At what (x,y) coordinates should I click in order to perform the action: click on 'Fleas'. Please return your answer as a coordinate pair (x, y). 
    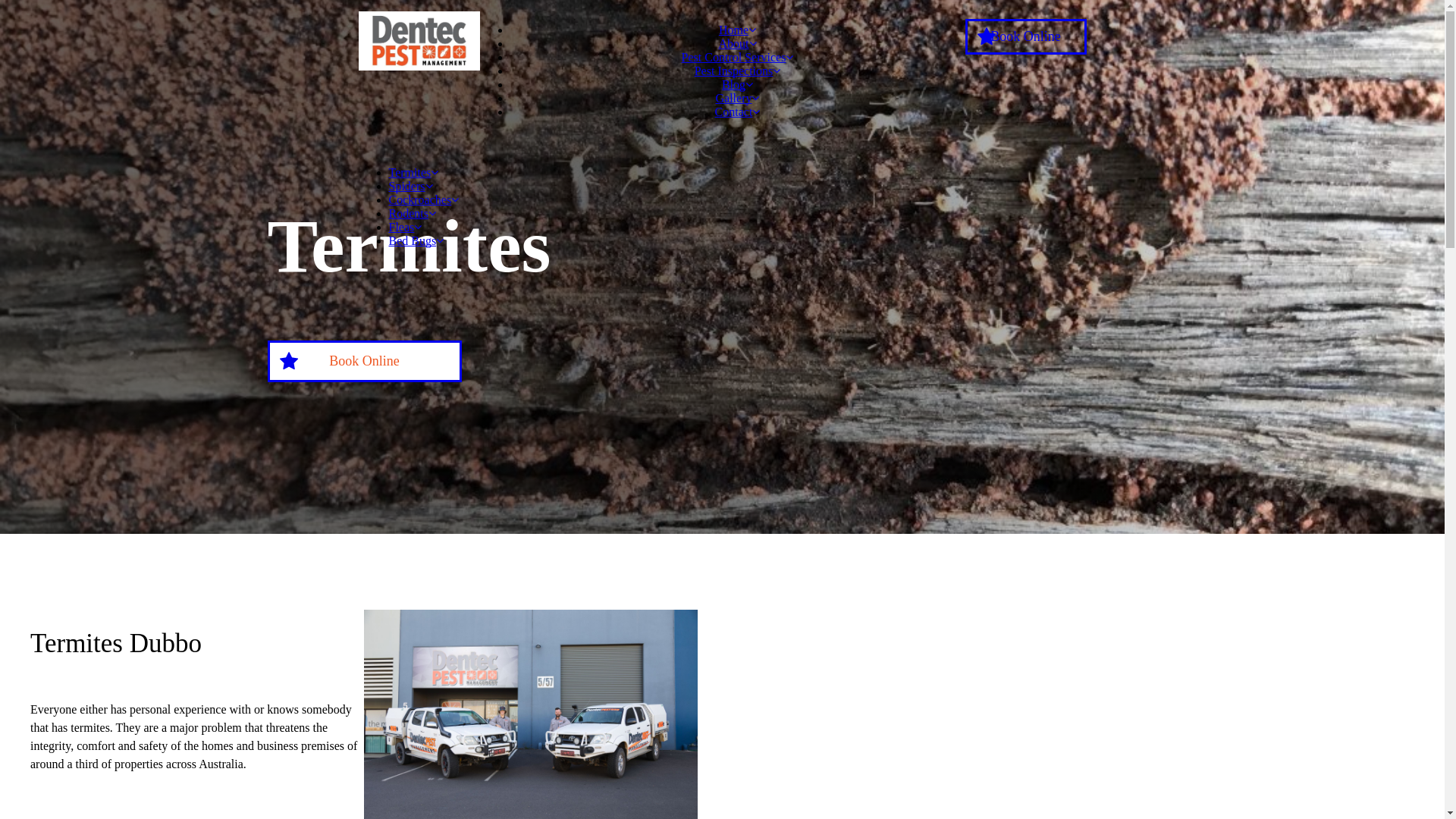
    Looking at the image, I should click on (404, 227).